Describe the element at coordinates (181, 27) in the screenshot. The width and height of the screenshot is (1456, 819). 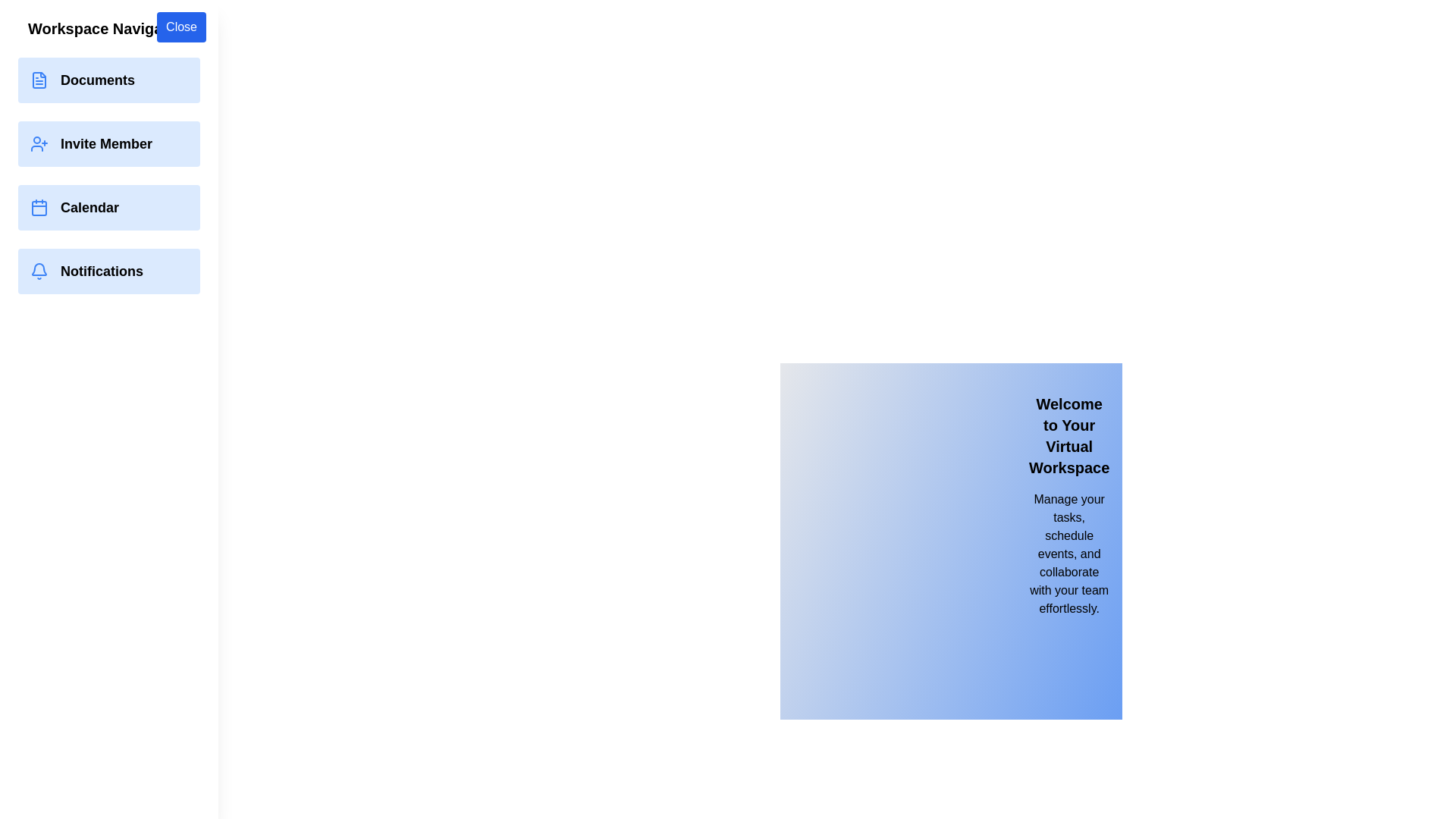
I see `the 'Close' button to toggle the visibility of the WorkspaceDrawer` at that location.